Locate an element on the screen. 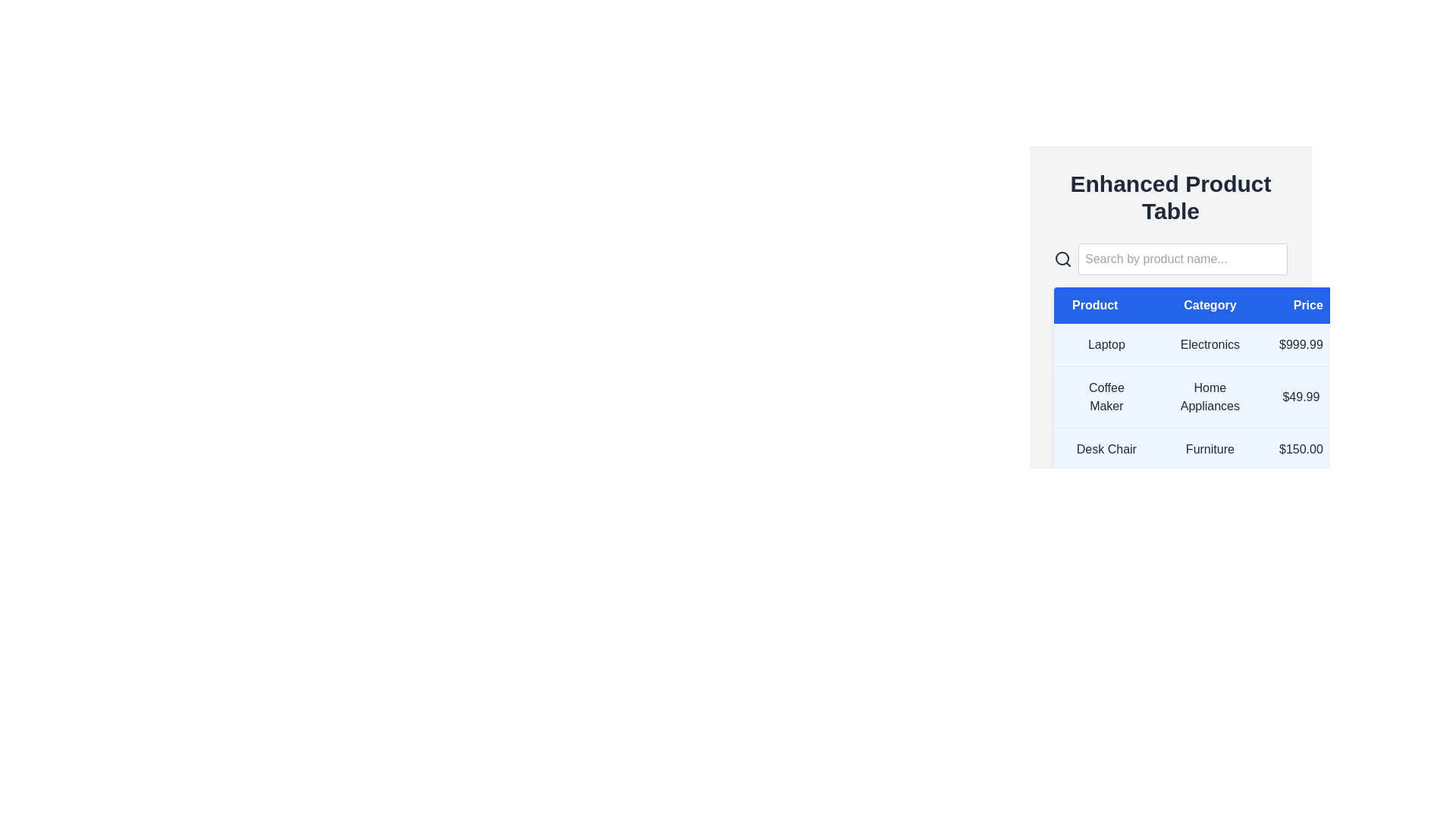 This screenshot has width=1456, height=819. the first row in the table displaying 'Laptop', 'Electronics', and '$999.99' is located at coordinates (1197, 345).